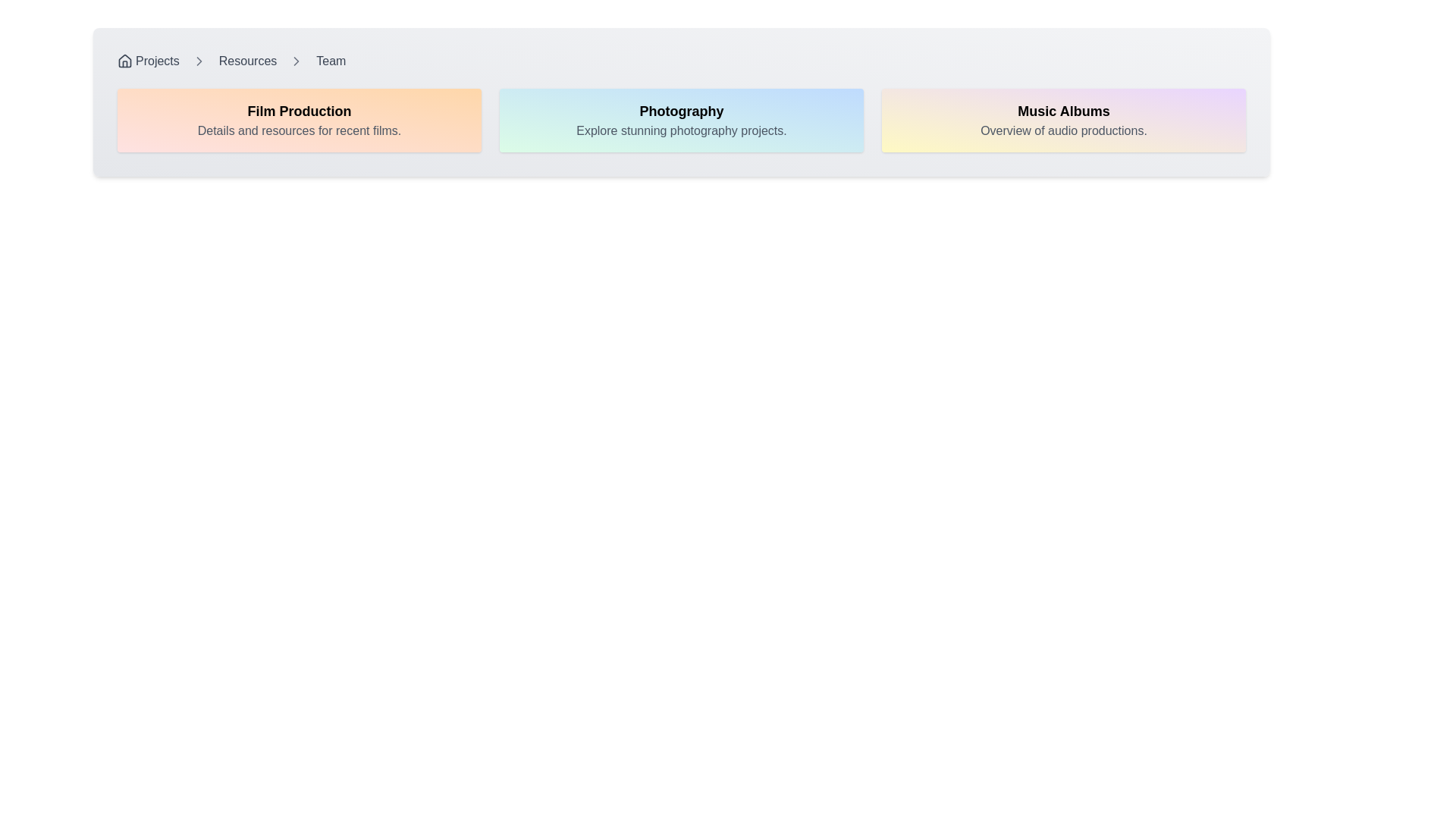 The image size is (1456, 819). Describe the element at coordinates (198, 61) in the screenshot. I see `the Chevron icon located in the breadcrumb navigation between 'Resources' and 'Team' to indicate the current location and possible next steps in the hierarchy` at that location.